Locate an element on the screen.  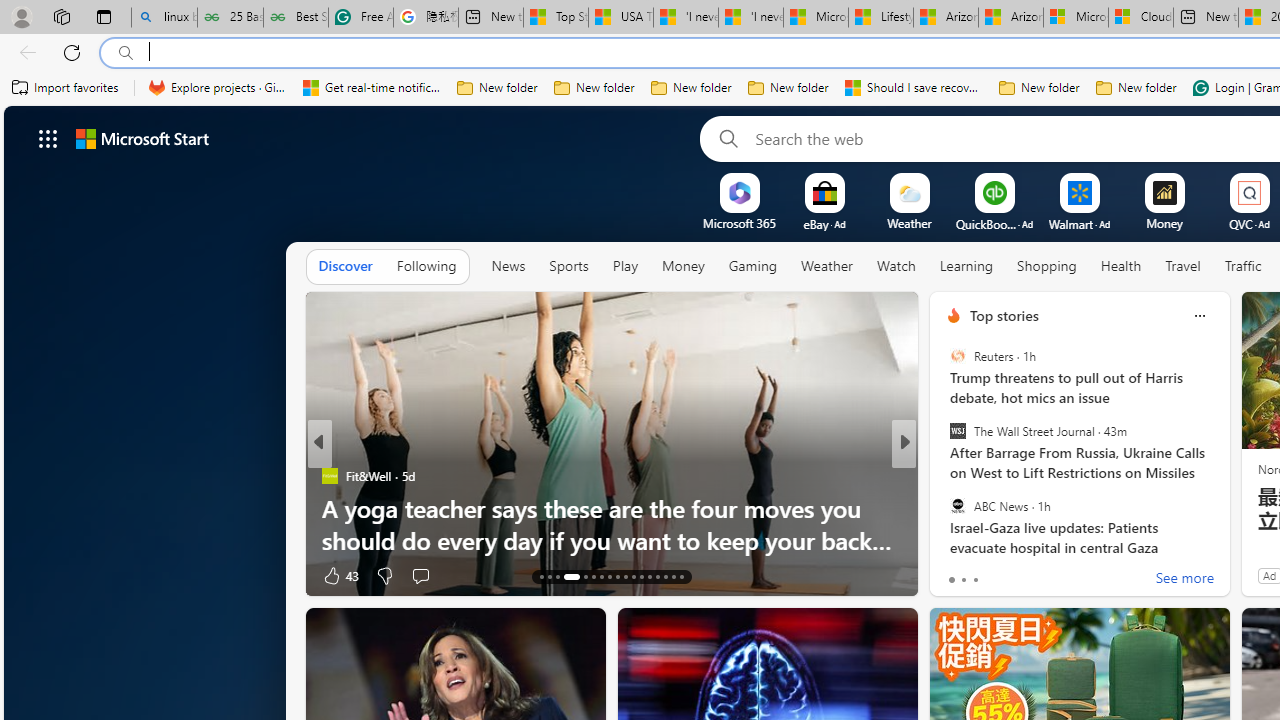
'BGR' is located at coordinates (944, 475).